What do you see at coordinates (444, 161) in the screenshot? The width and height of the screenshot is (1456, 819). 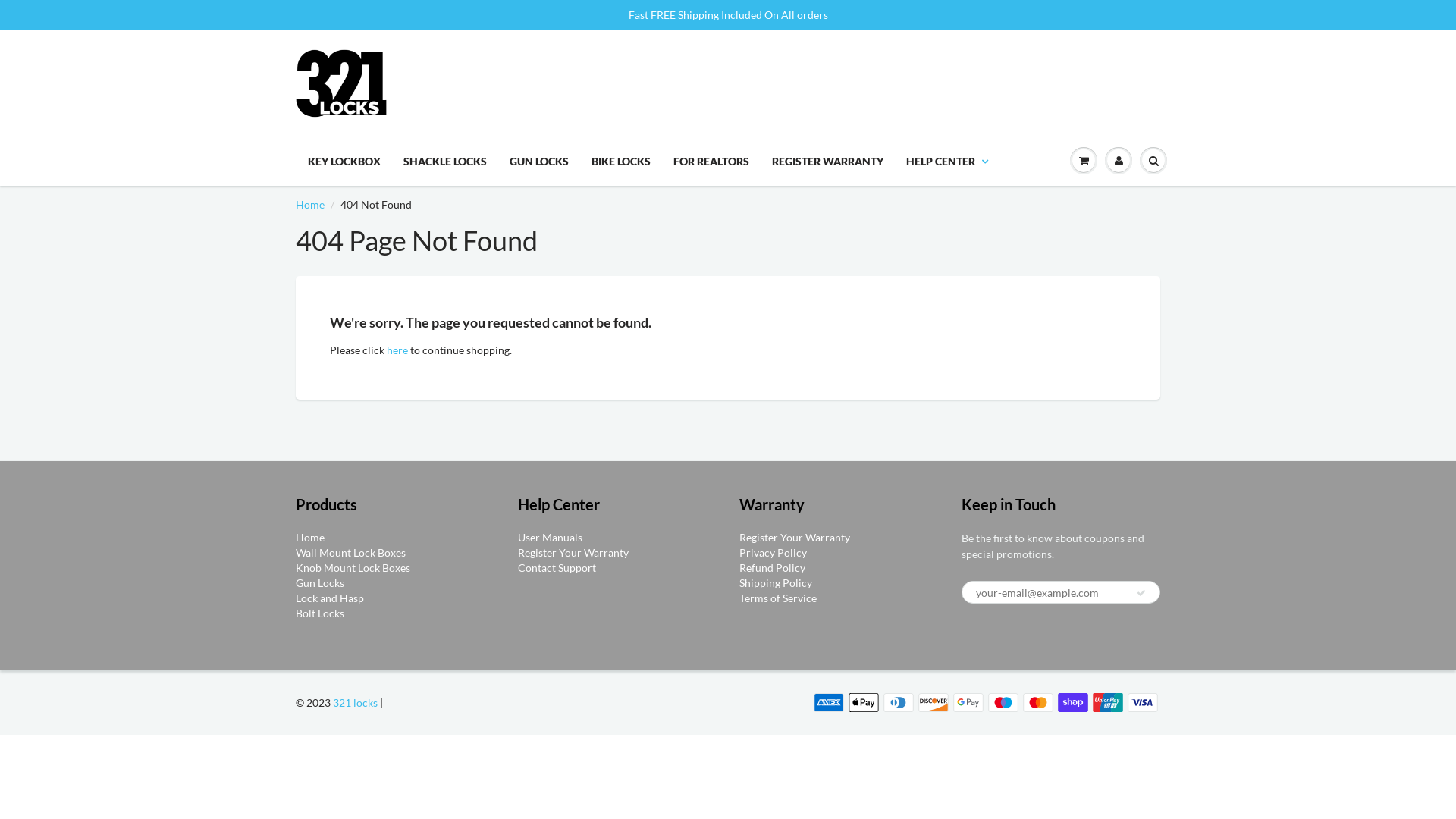 I see `'SHACKLE LOCKS'` at bounding box center [444, 161].